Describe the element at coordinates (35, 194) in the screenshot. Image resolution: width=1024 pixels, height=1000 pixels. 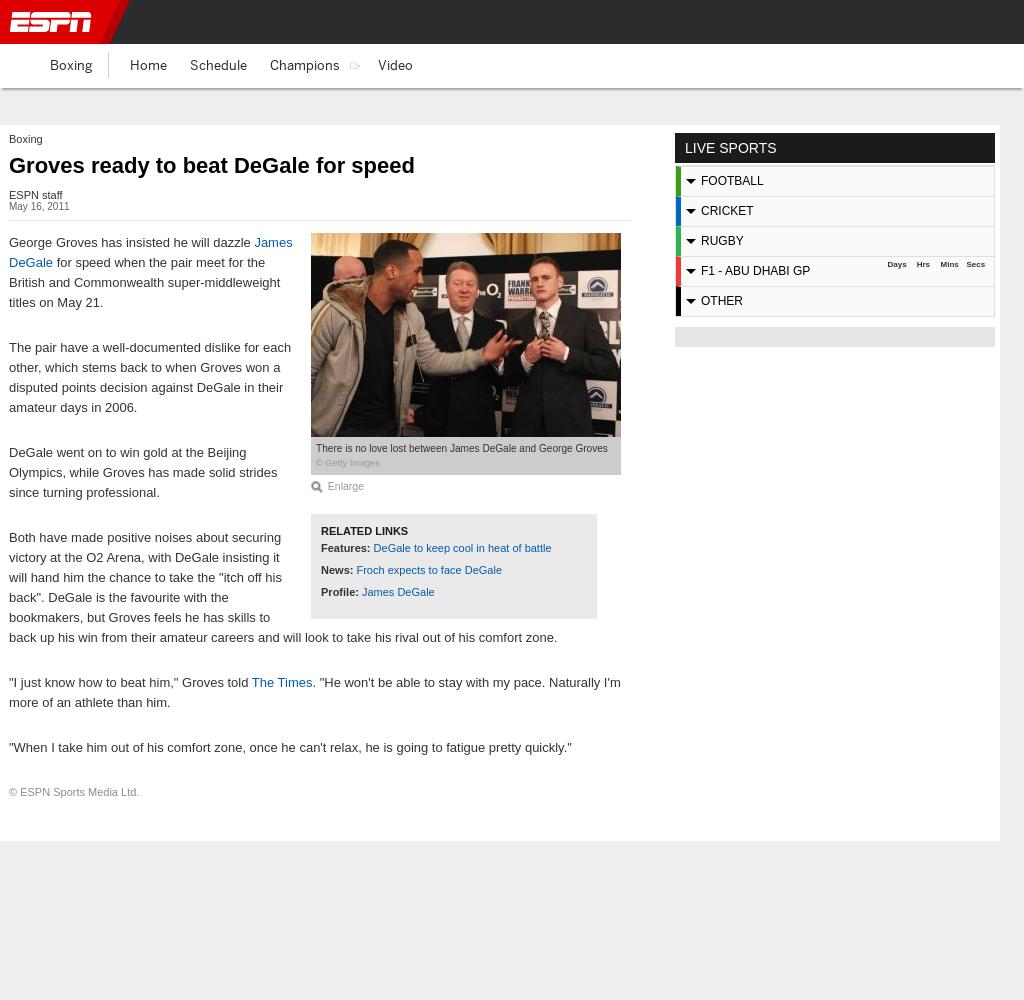
I see `'ESPN staff'` at that location.